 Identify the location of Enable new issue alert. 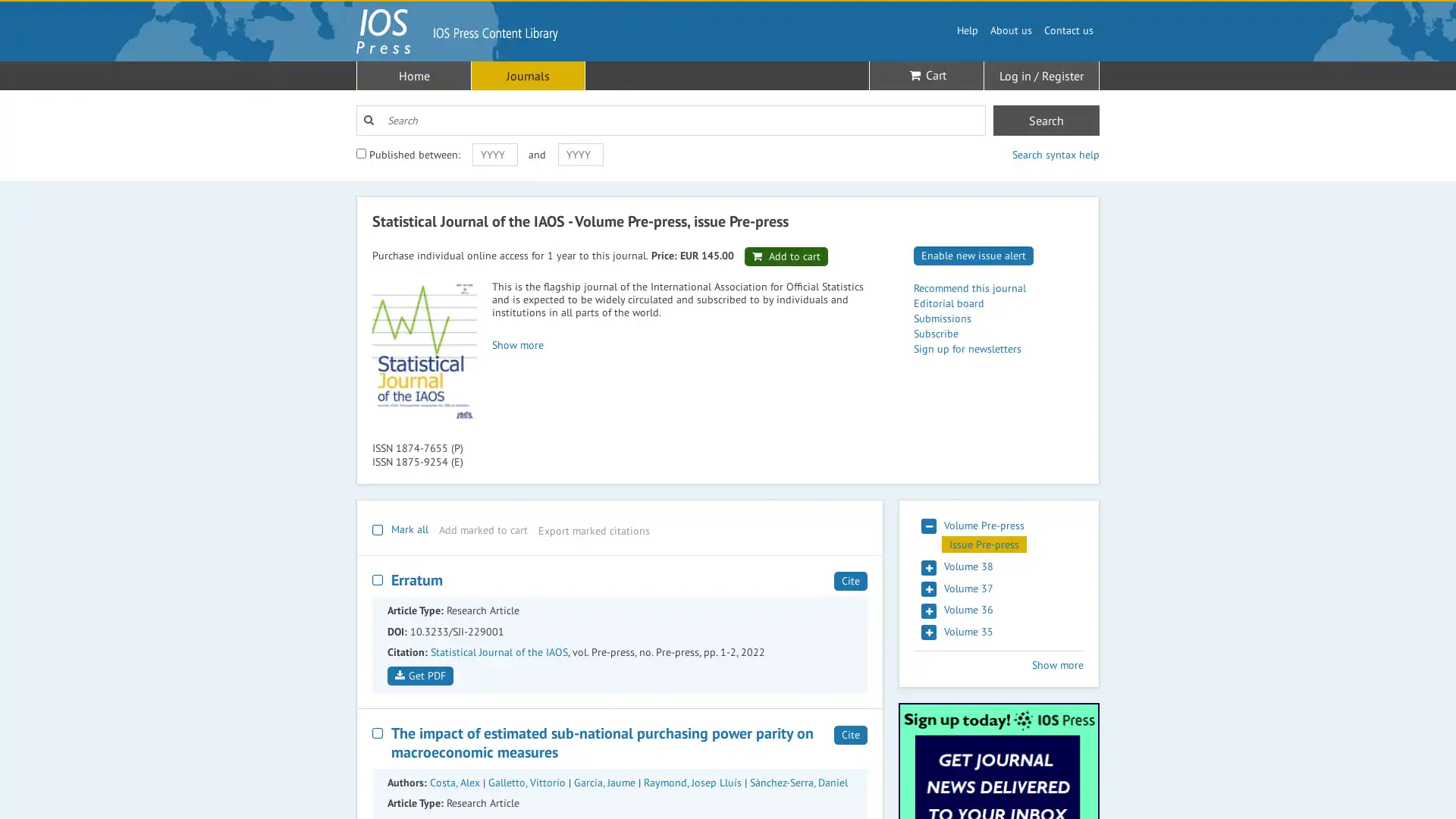
(972, 254).